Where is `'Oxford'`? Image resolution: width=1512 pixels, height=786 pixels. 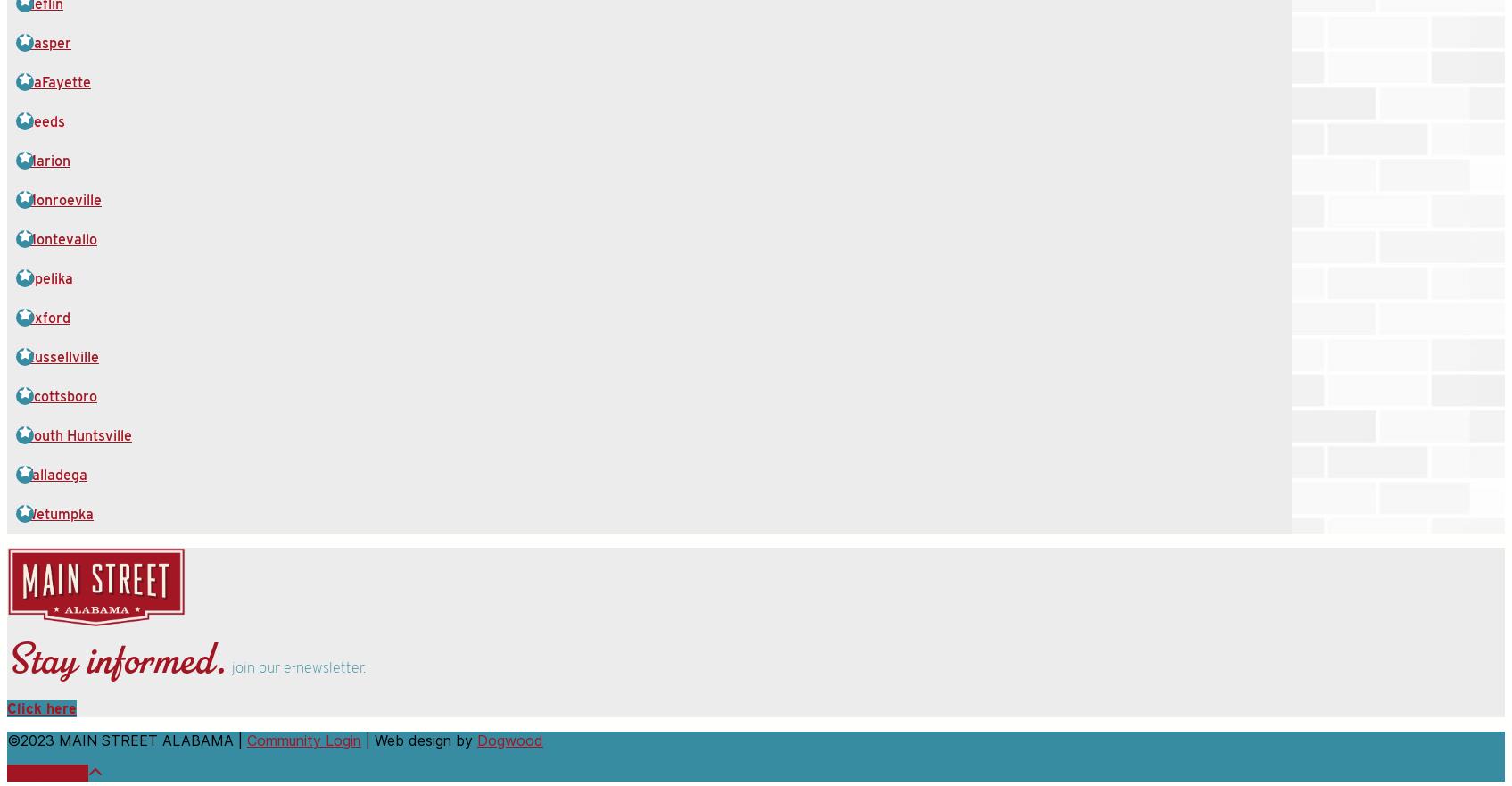 'Oxford' is located at coordinates (47, 317).